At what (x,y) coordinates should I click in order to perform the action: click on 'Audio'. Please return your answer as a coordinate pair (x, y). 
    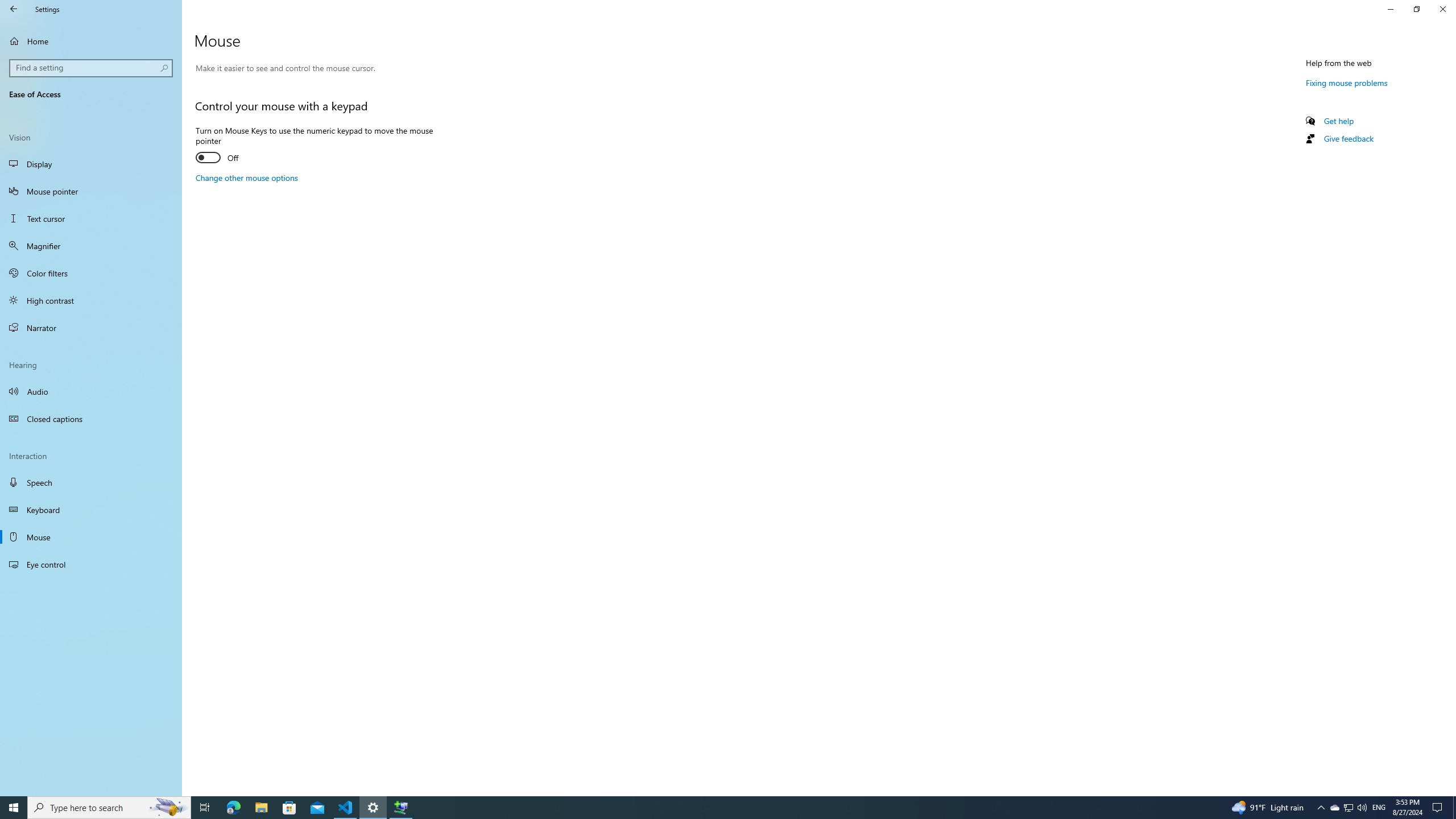
    Looking at the image, I should click on (90, 390).